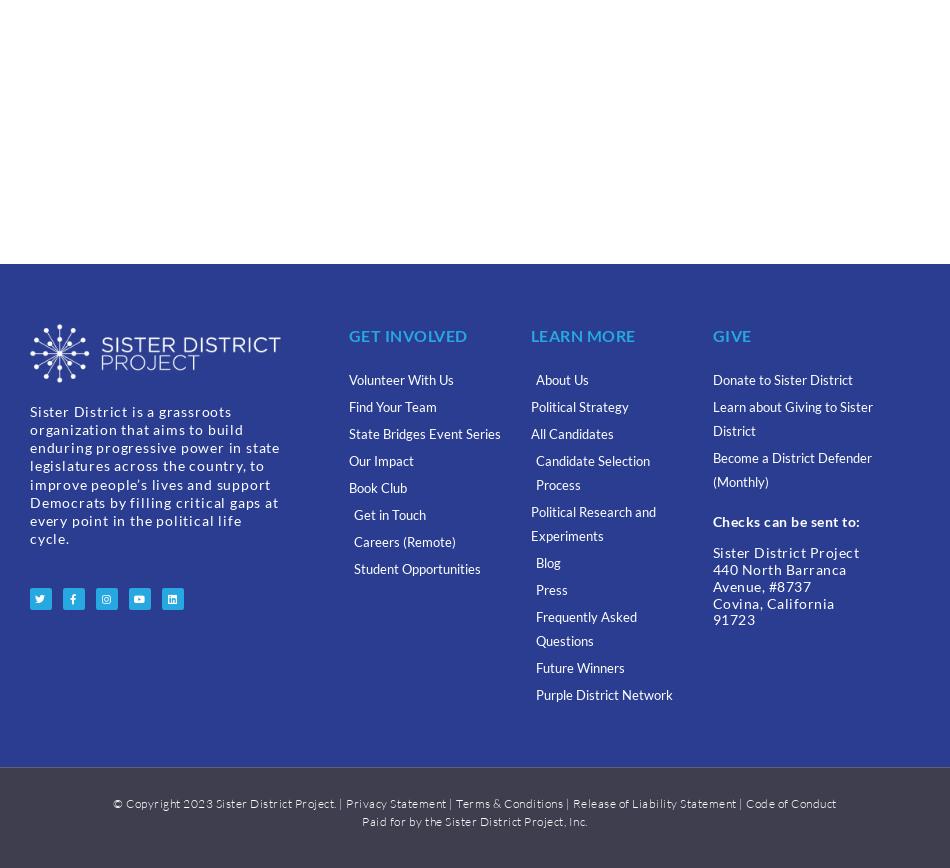 This screenshot has height=868, width=950. What do you see at coordinates (579, 668) in the screenshot?
I see `'Future Winners'` at bounding box center [579, 668].